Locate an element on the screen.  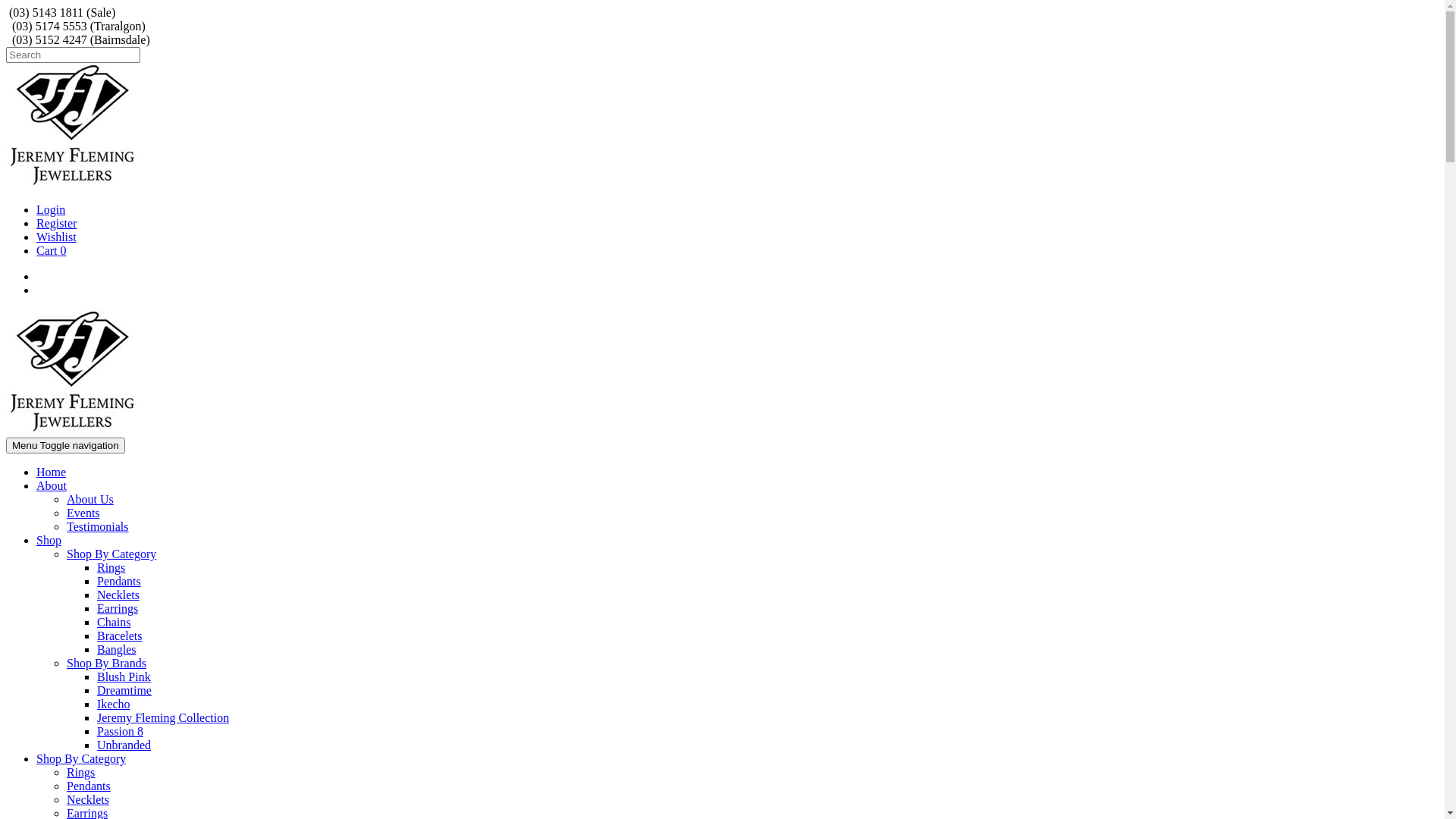
'Ikecho' is located at coordinates (112, 704).